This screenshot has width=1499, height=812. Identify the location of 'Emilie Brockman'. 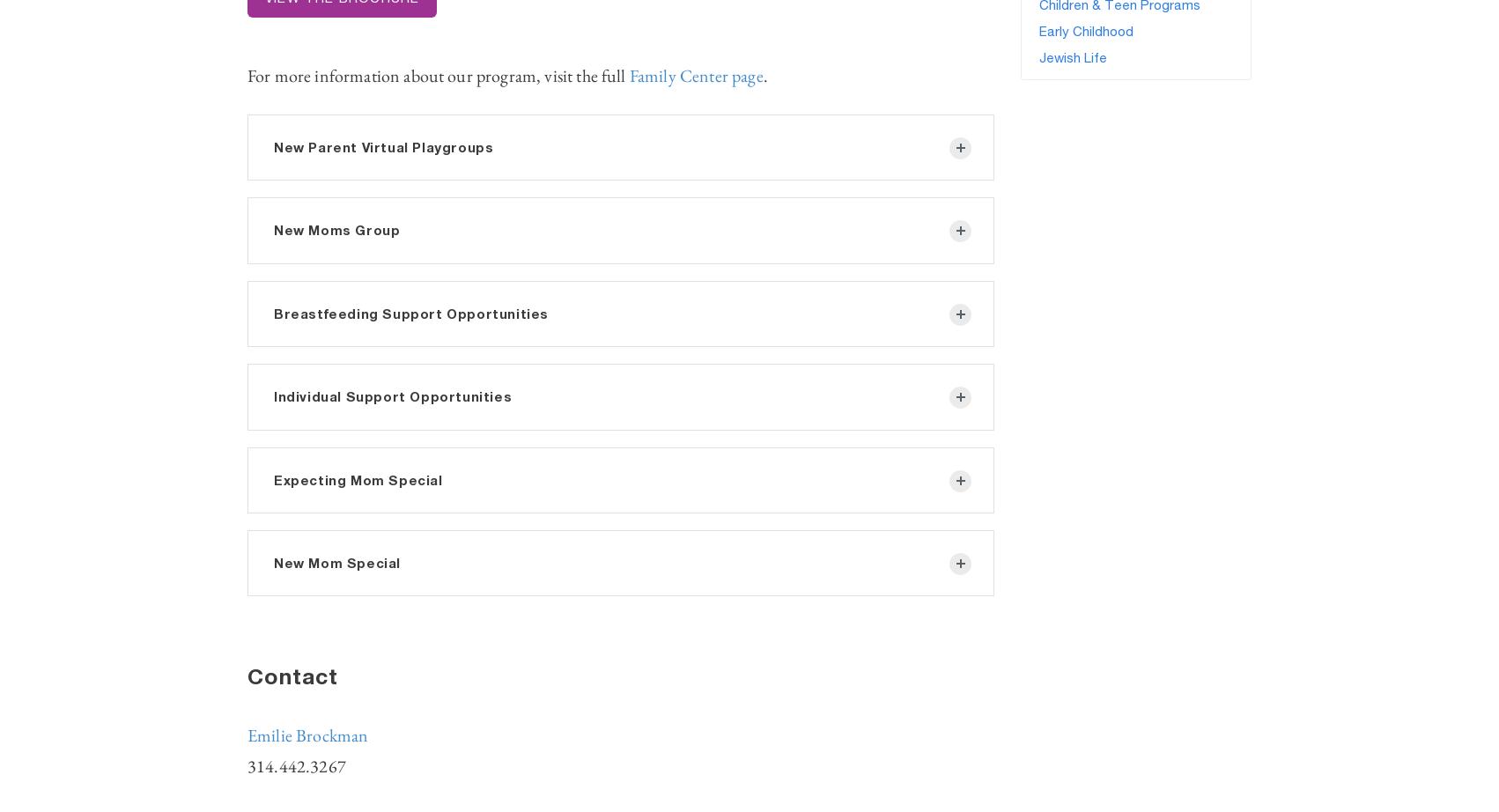
(307, 734).